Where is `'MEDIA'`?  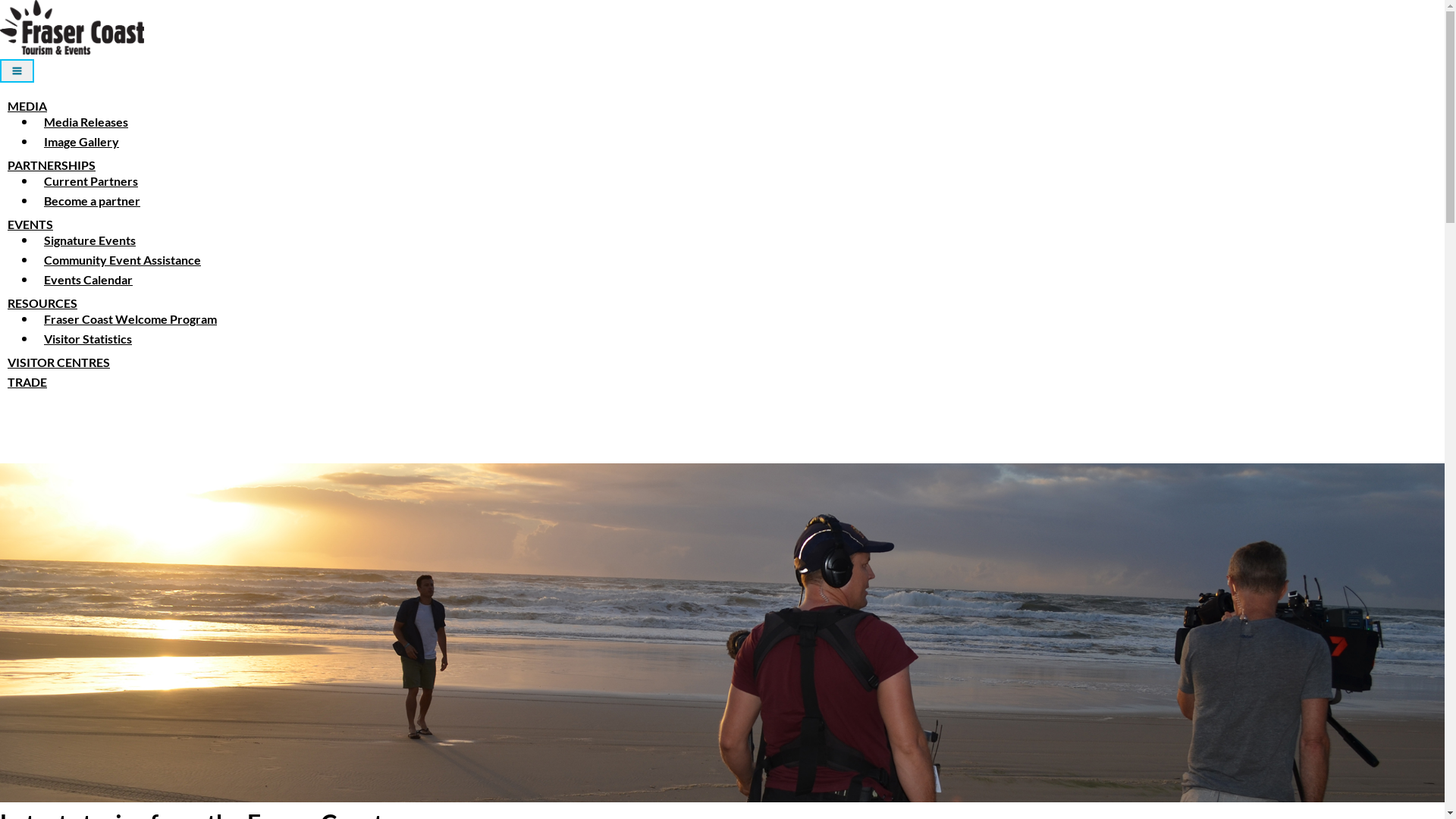
'MEDIA' is located at coordinates (0, 105).